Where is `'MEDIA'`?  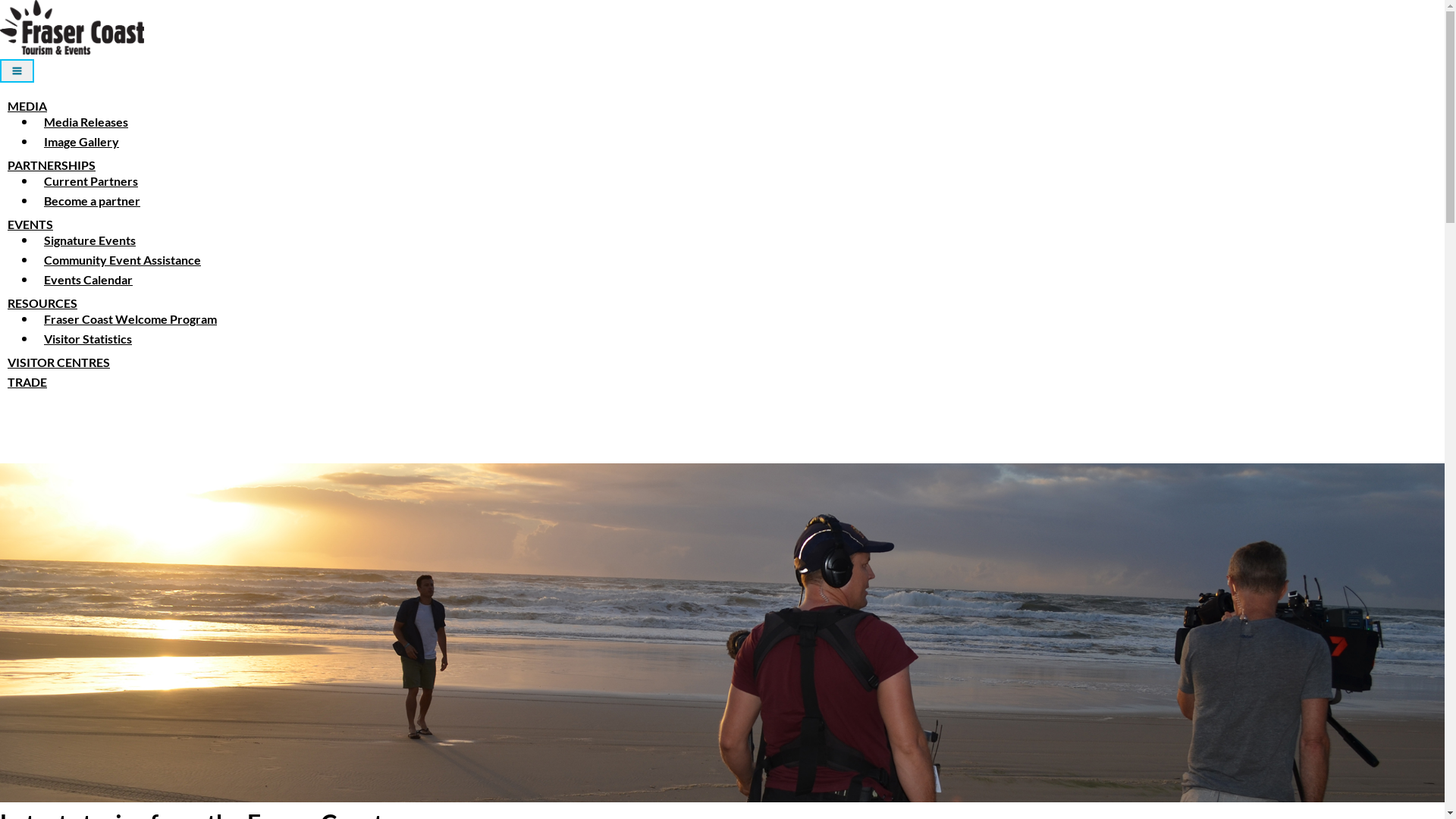
'MEDIA' is located at coordinates (0, 105).